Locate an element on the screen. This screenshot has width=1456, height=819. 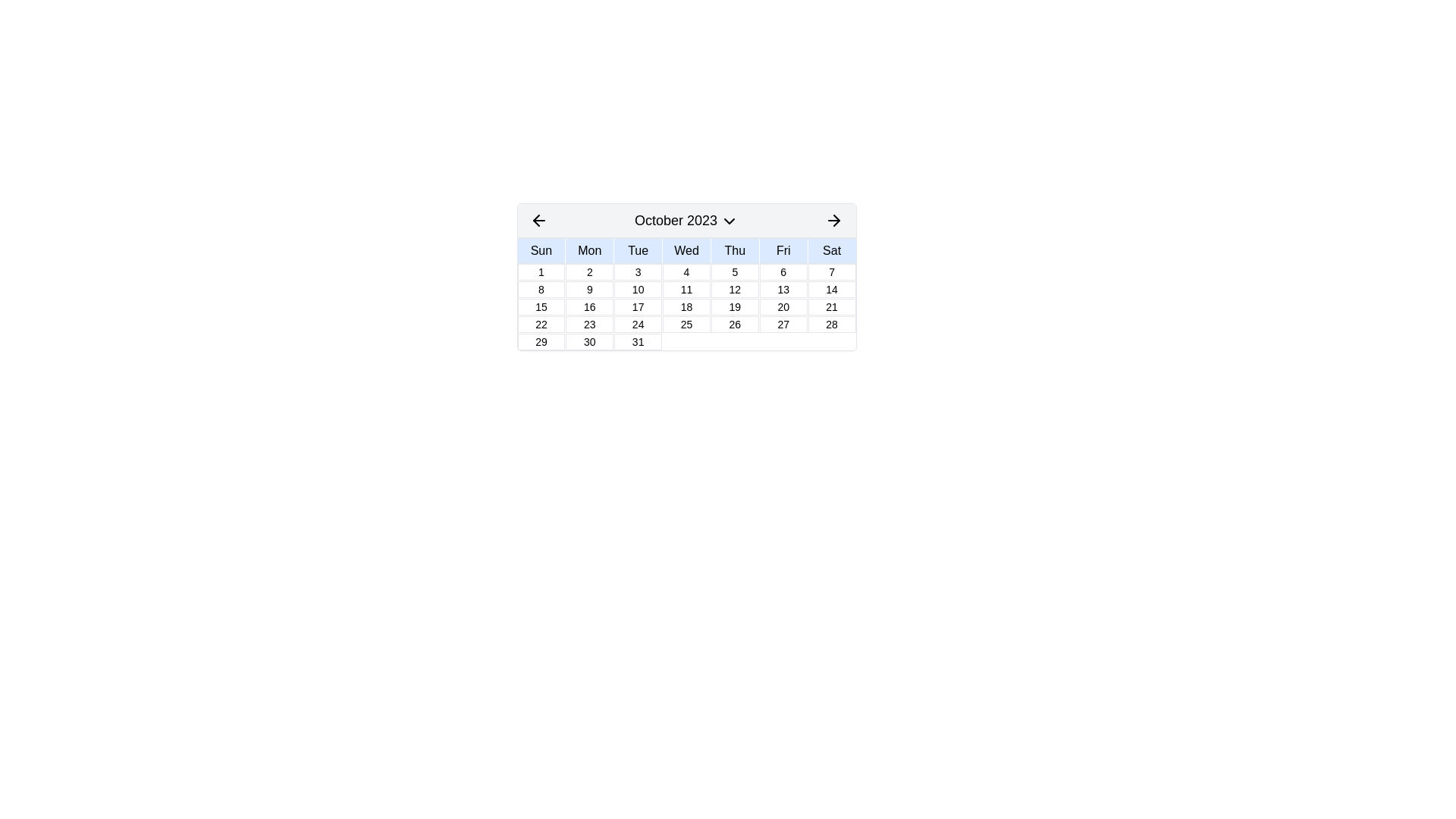
the text content displayed in the calendar grid cell located in the sixth row under the 'Tue' column is located at coordinates (638, 342).